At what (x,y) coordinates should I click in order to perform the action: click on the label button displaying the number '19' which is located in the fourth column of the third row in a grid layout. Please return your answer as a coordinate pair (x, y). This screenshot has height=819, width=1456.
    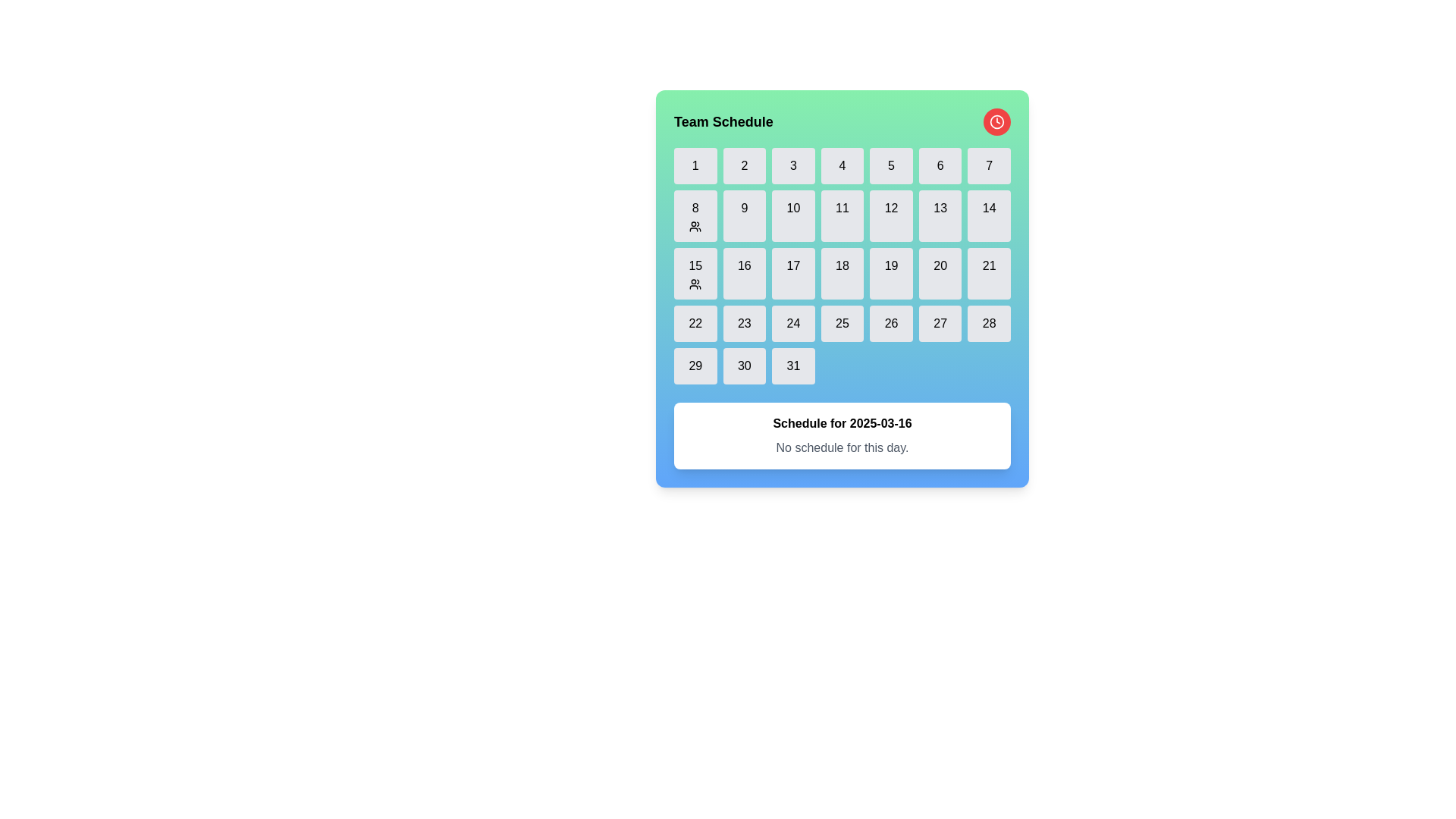
    Looking at the image, I should click on (891, 274).